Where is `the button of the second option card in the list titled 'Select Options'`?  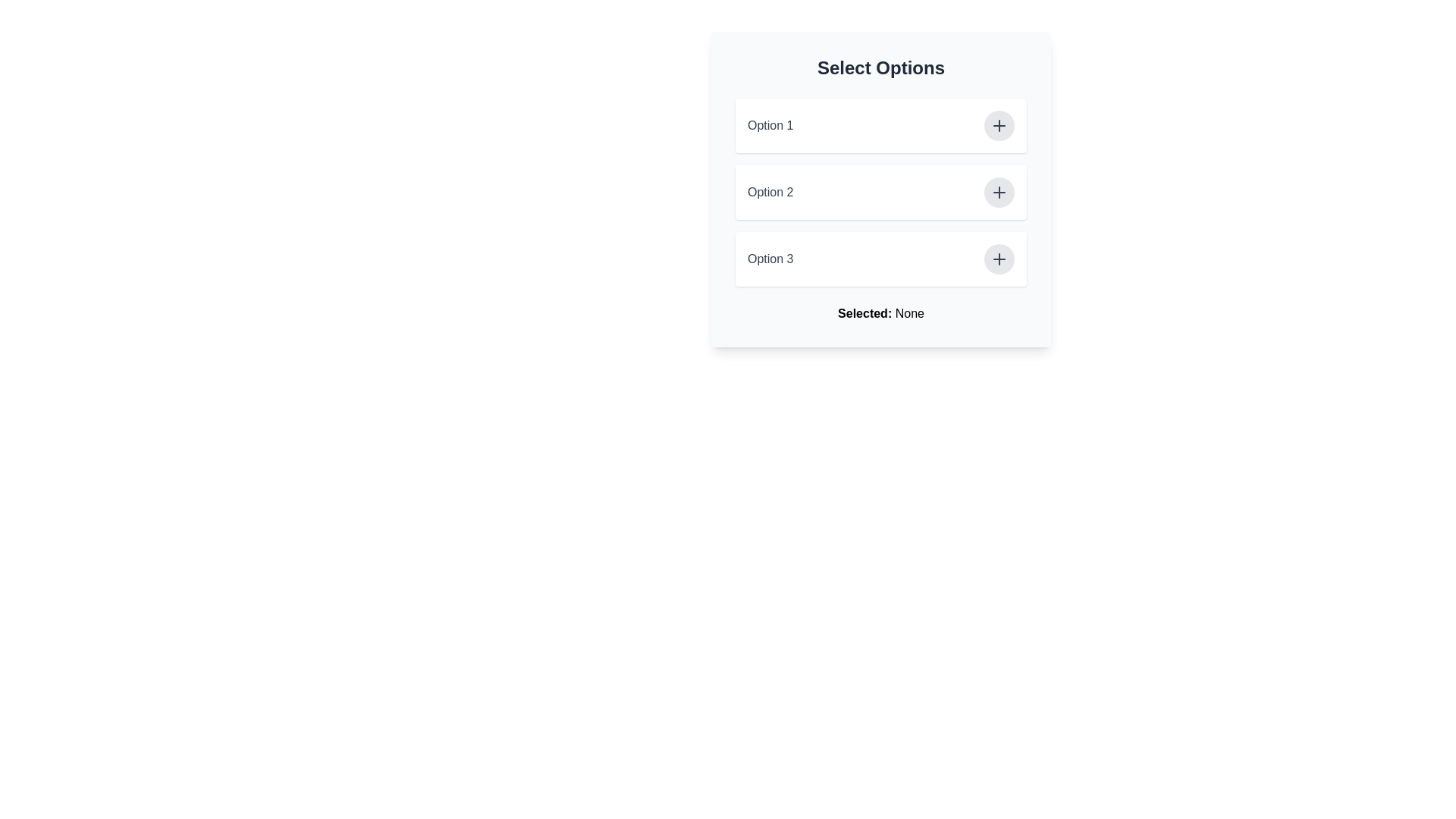 the button of the second option card in the list titled 'Select Options' is located at coordinates (880, 189).